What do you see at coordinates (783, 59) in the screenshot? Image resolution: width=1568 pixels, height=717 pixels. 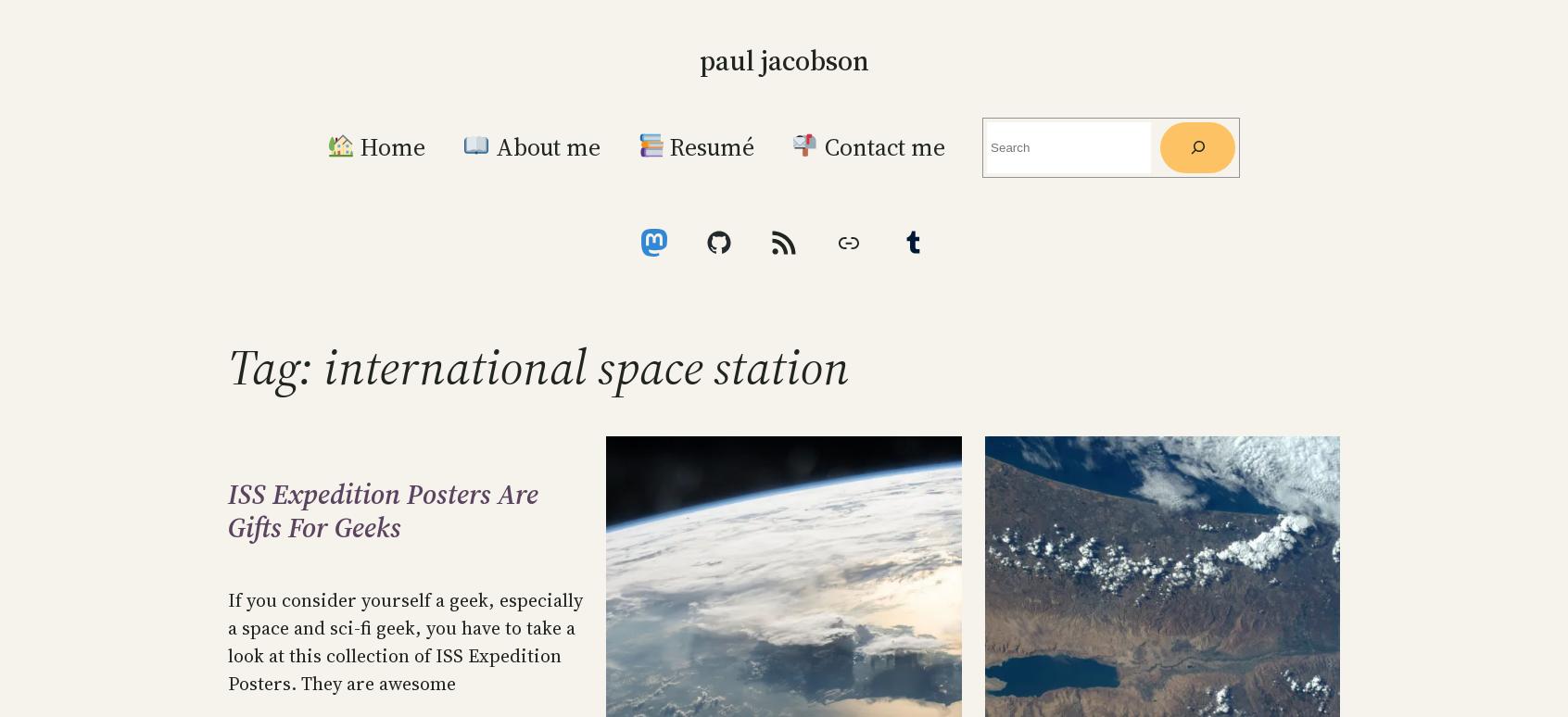 I see `'Paul Jacobson'` at bounding box center [783, 59].